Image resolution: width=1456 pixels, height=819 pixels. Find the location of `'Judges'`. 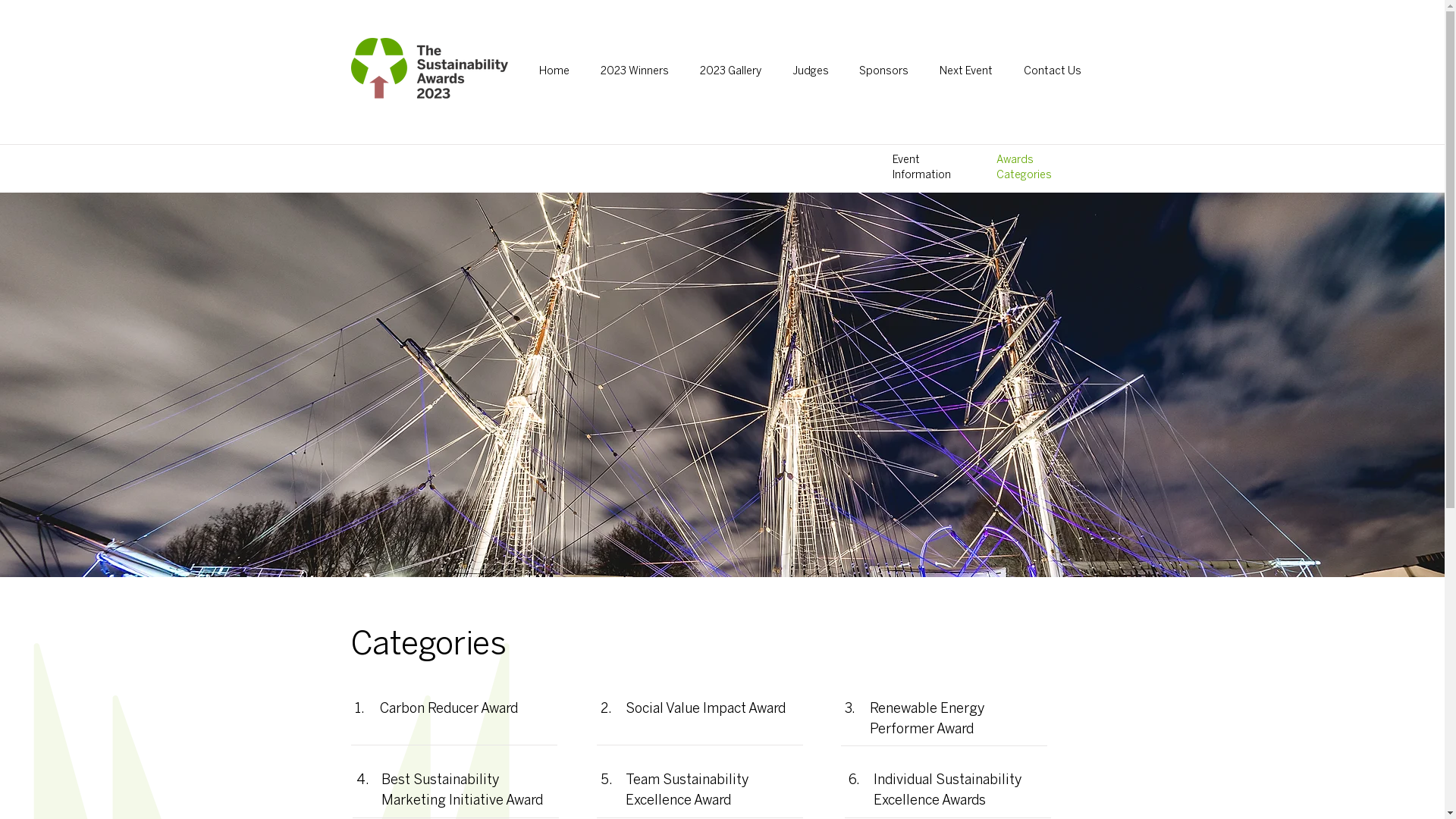

'Judges' is located at coordinates (779, 72).